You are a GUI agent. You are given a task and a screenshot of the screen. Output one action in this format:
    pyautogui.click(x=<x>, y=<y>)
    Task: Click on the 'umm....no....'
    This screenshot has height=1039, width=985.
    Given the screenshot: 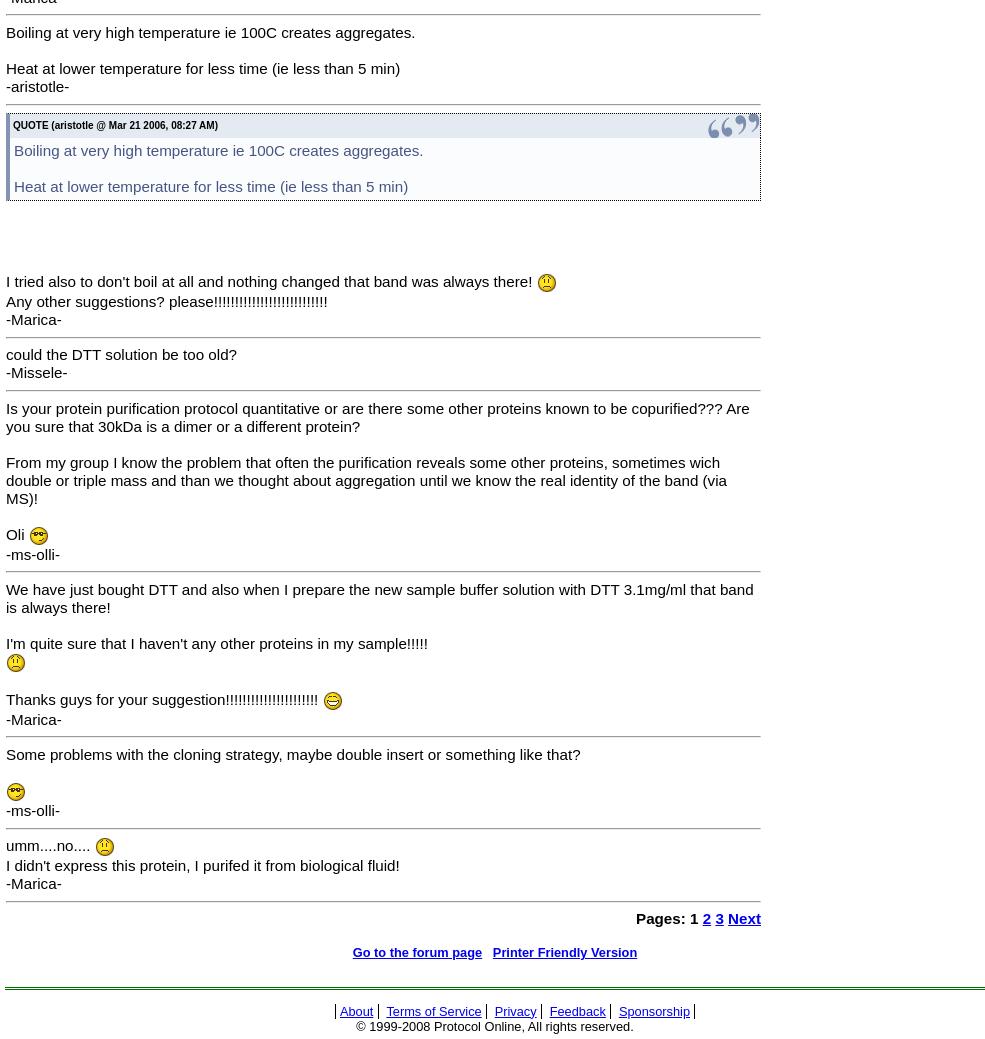 What is the action you would take?
    pyautogui.click(x=49, y=844)
    